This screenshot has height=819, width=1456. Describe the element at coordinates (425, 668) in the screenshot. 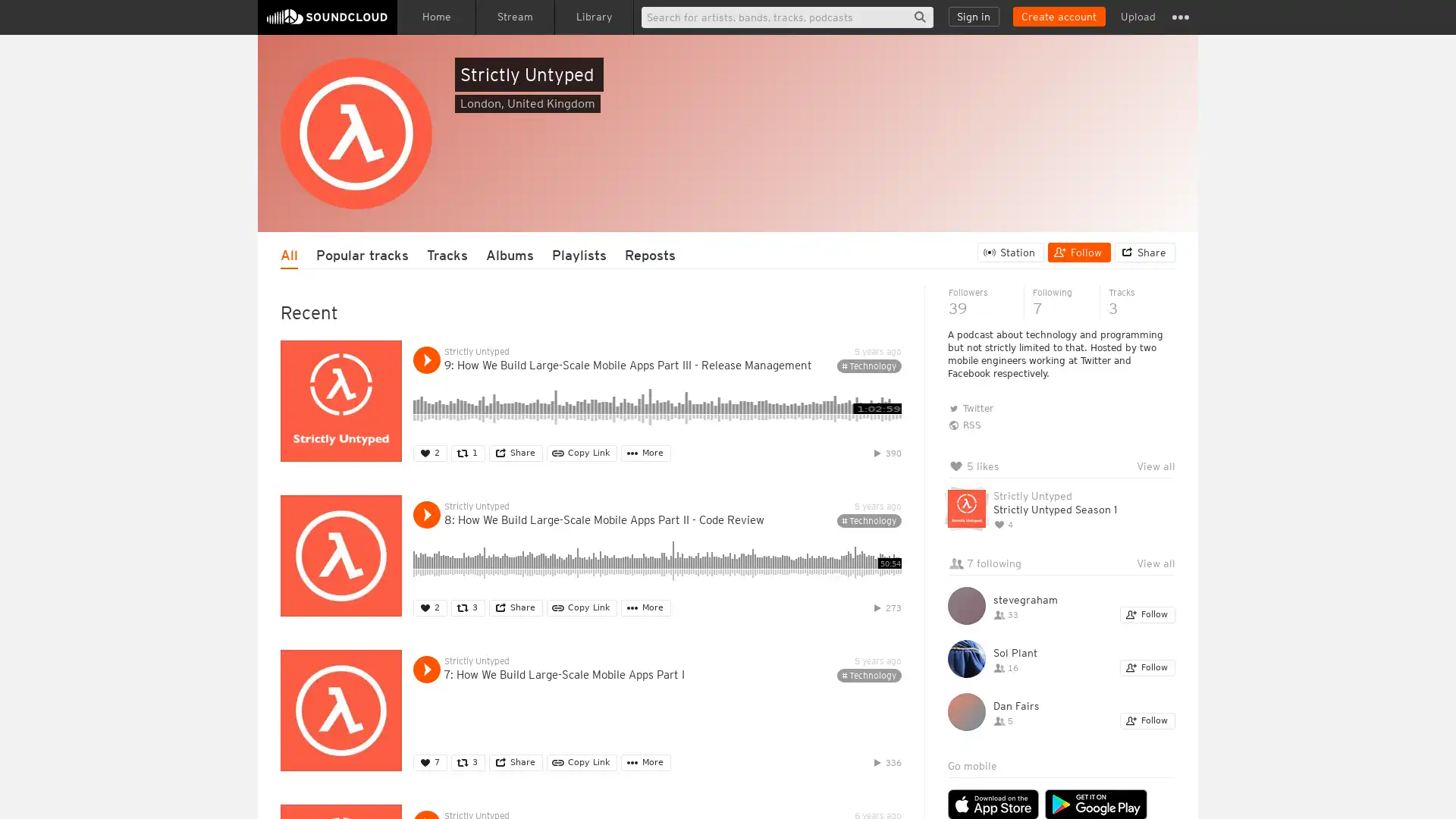

I see `Play` at that location.